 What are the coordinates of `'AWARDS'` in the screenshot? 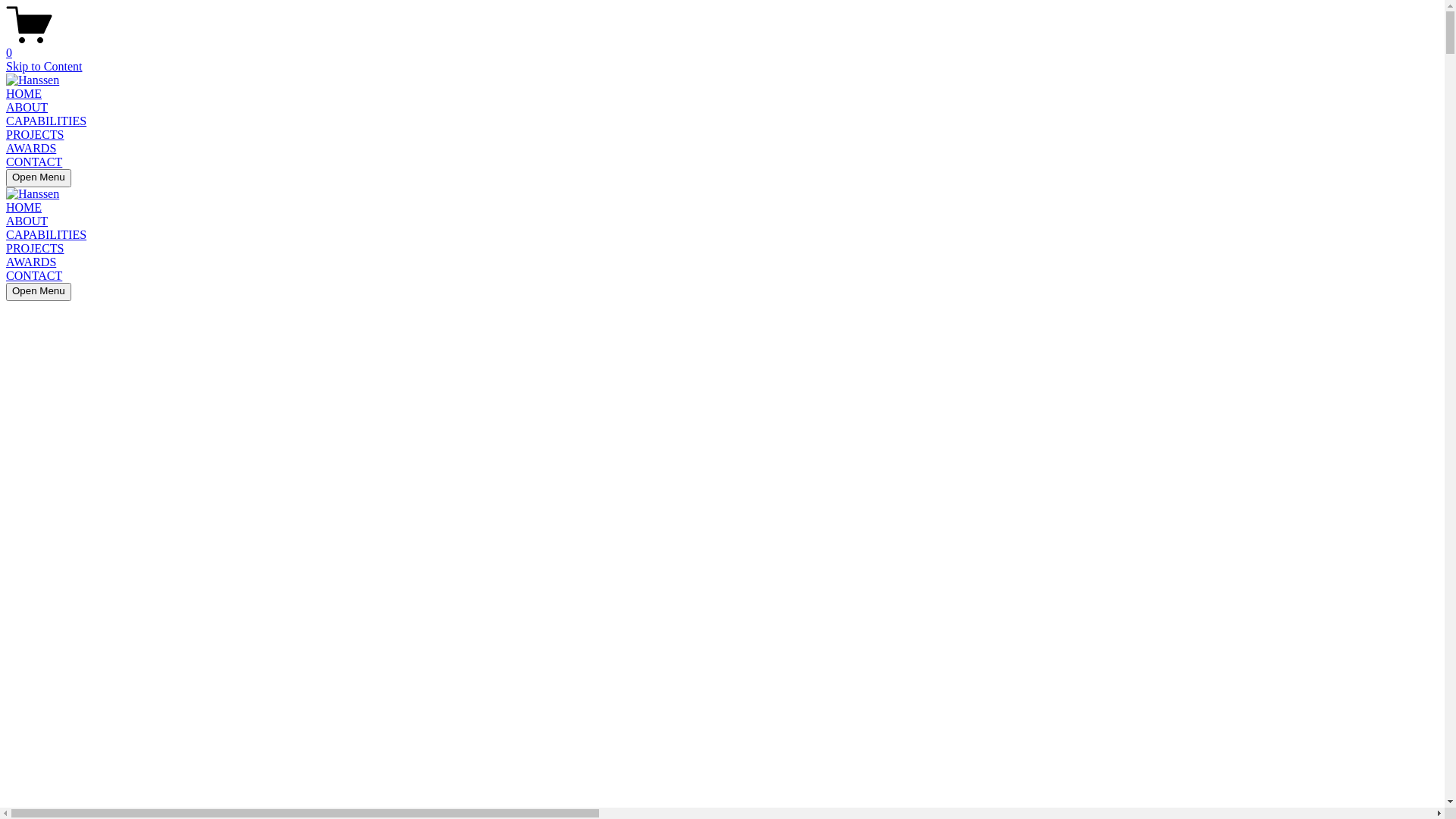 It's located at (31, 261).